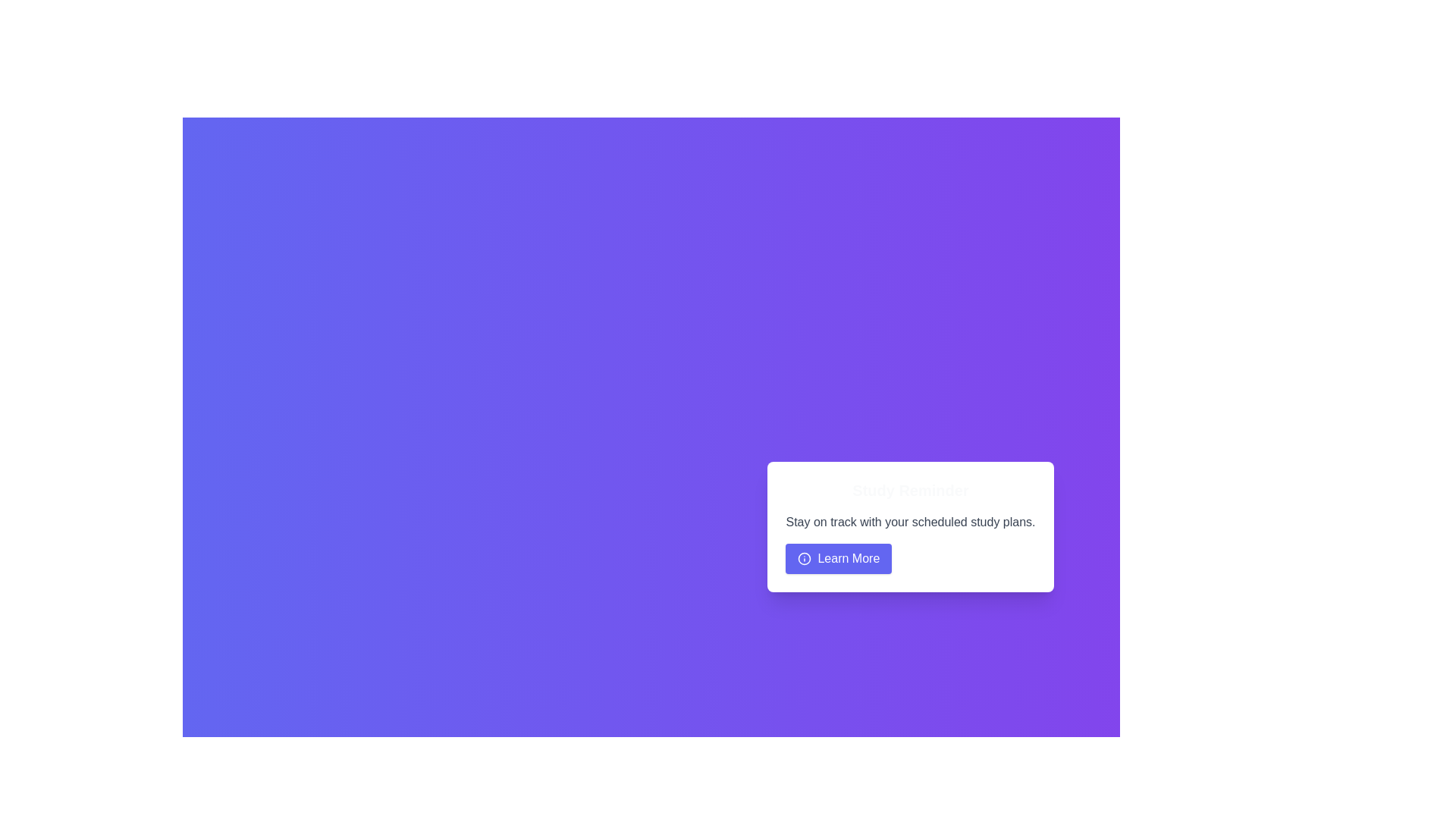 The width and height of the screenshot is (1456, 819). Describe the element at coordinates (804, 558) in the screenshot. I see `the button containing the small circular 'info' icon that is positioned to the left of the text 'Learn More'` at that location.